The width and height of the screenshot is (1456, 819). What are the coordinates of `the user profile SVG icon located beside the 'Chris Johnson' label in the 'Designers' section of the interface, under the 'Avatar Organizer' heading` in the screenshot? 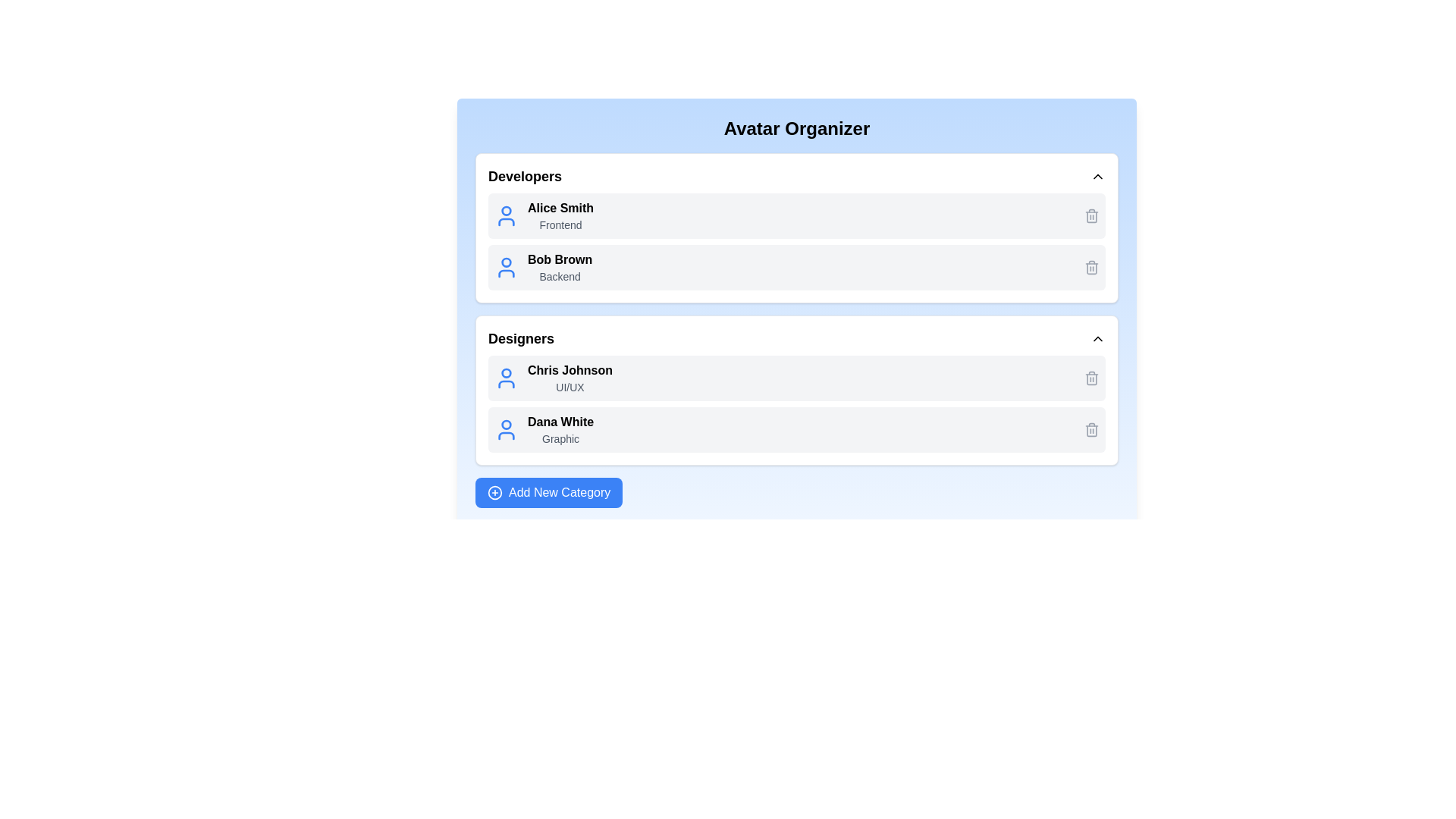 It's located at (506, 383).